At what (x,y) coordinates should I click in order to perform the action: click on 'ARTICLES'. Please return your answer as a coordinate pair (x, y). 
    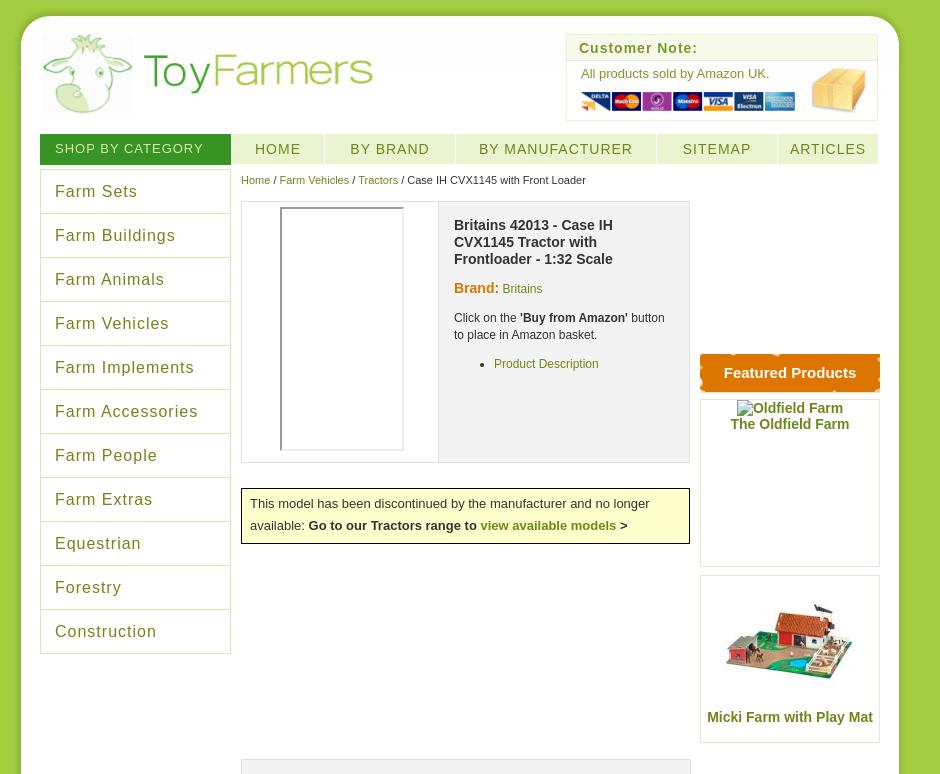
    Looking at the image, I should click on (826, 147).